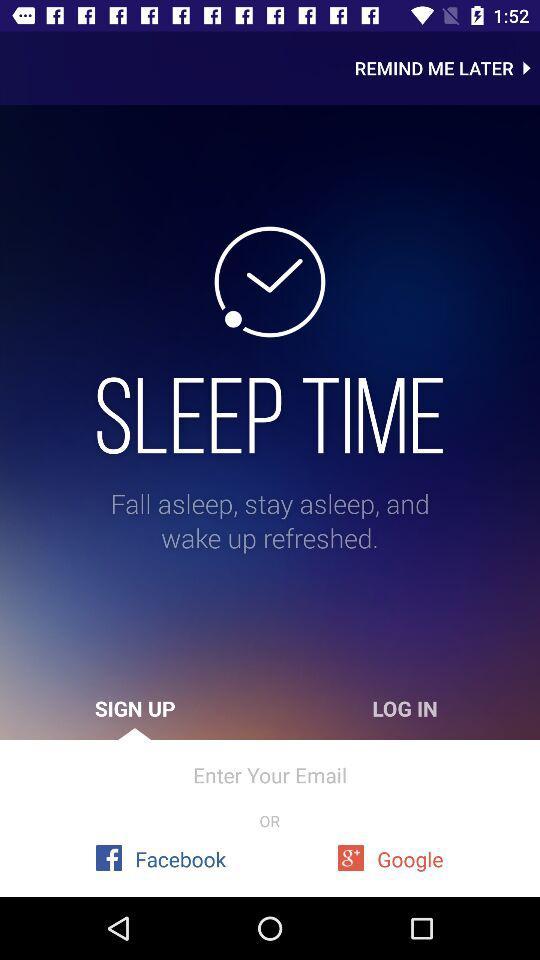 The image size is (540, 960). What do you see at coordinates (405, 708) in the screenshot?
I see `item below the fall asleep stay` at bounding box center [405, 708].